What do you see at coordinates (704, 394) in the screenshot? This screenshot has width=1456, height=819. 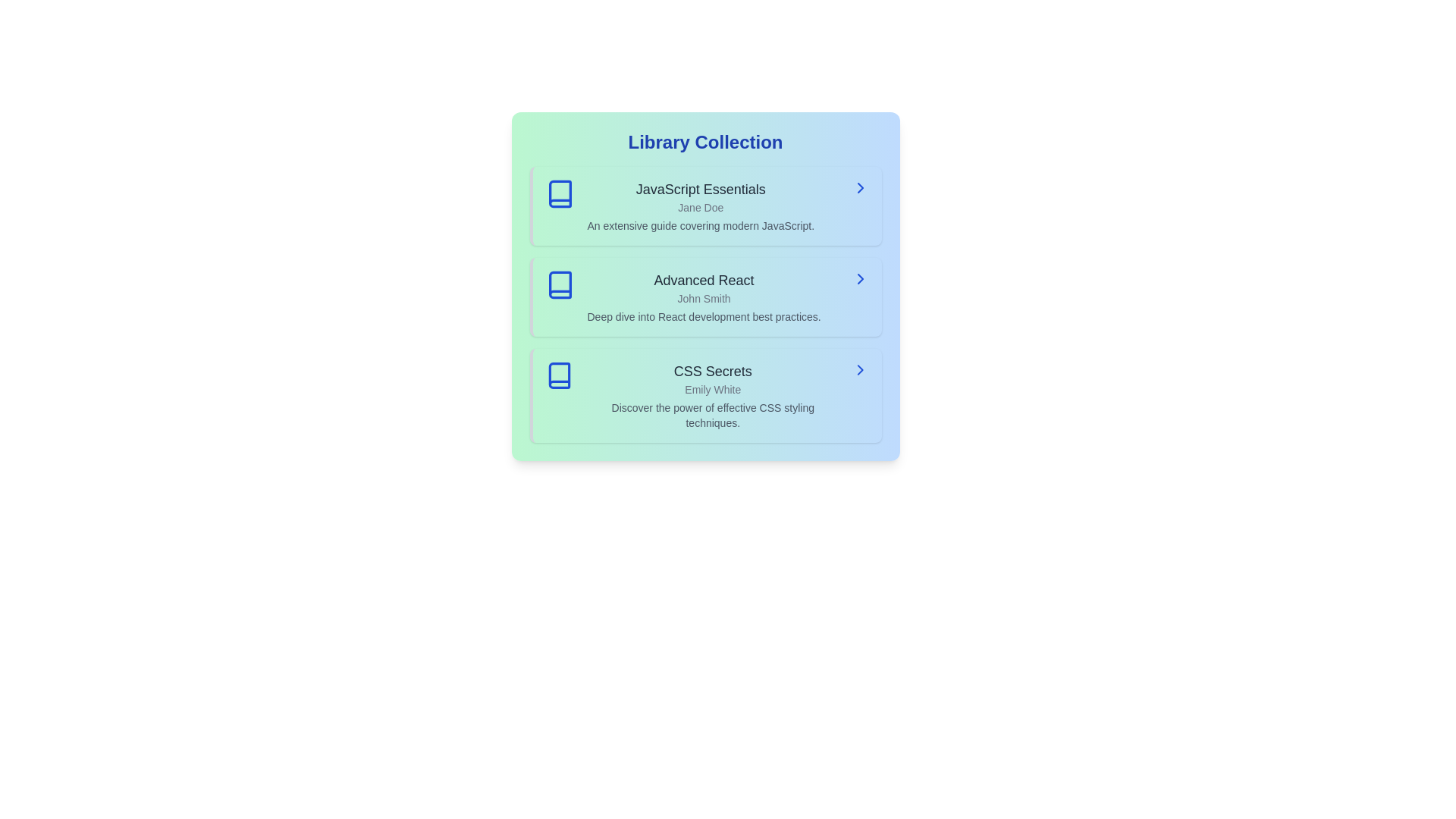 I see `the book titled CSS Secrets from the list` at bounding box center [704, 394].